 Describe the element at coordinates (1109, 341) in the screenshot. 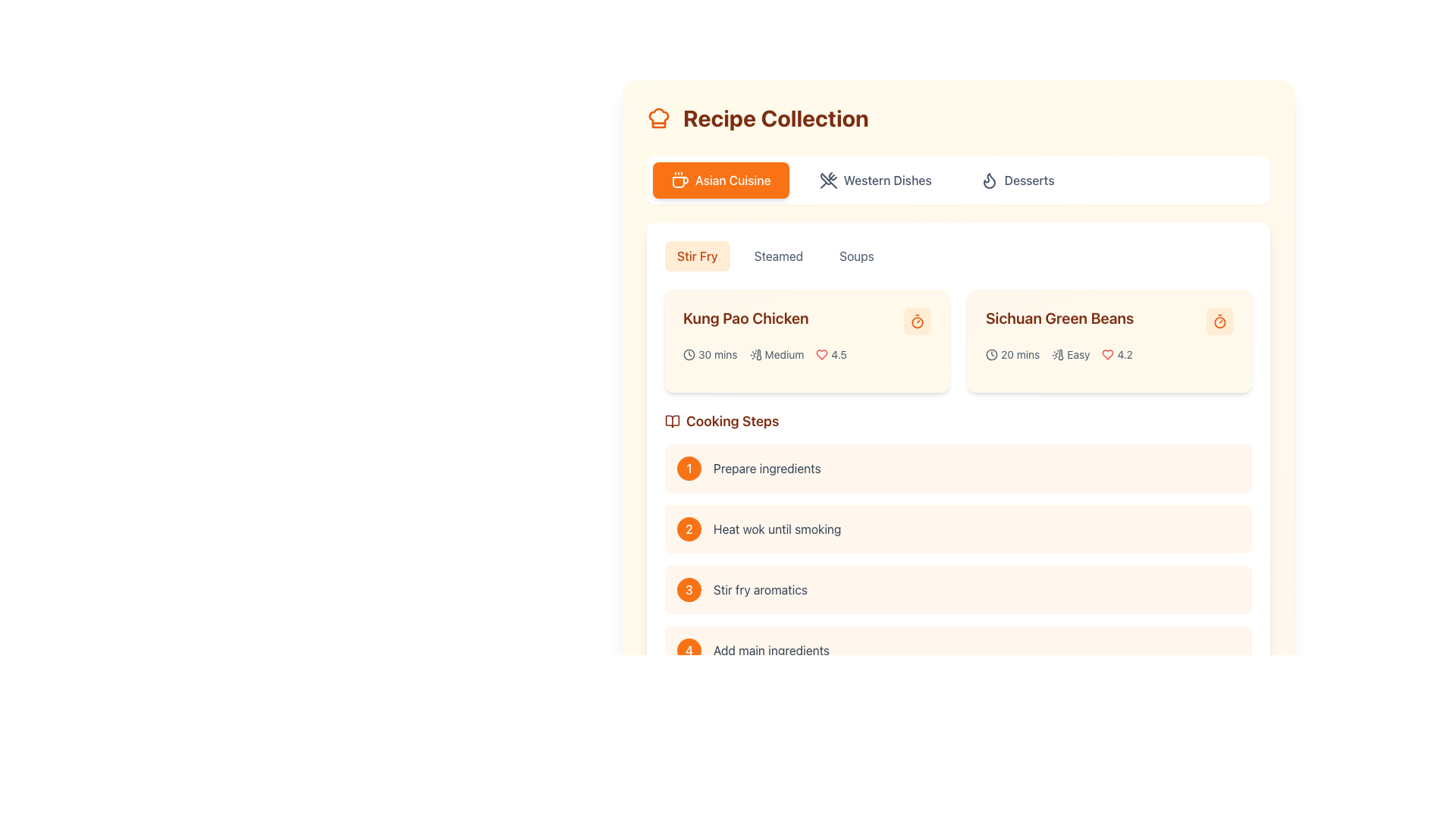

I see `the informational card displaying the recipe 'Sichuan Green Beans', which is the second card in the two-column grid layout under the 'Stir Fry' section` at that location.